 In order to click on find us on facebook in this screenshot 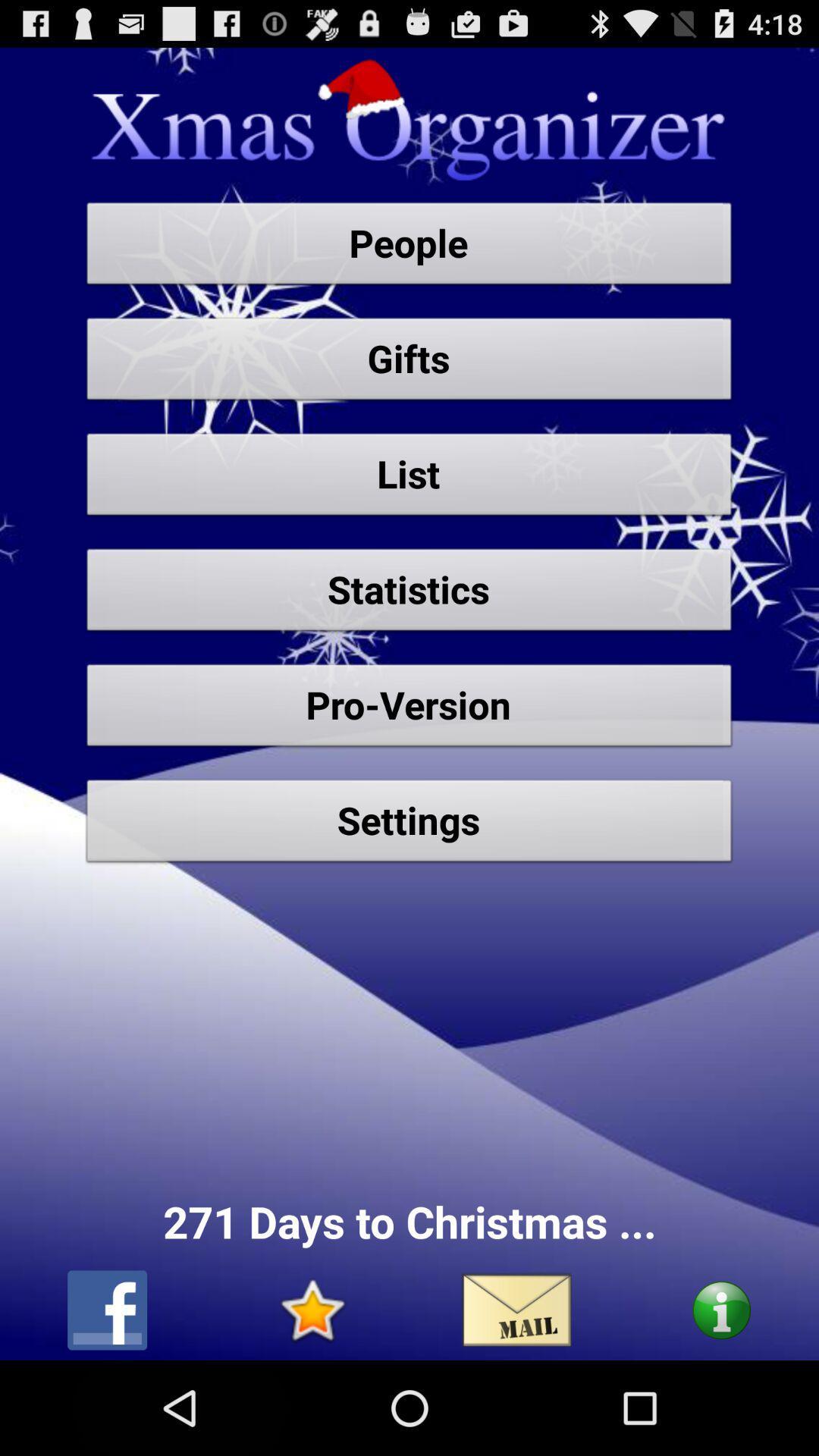, I will do `click(106, 1310)`.